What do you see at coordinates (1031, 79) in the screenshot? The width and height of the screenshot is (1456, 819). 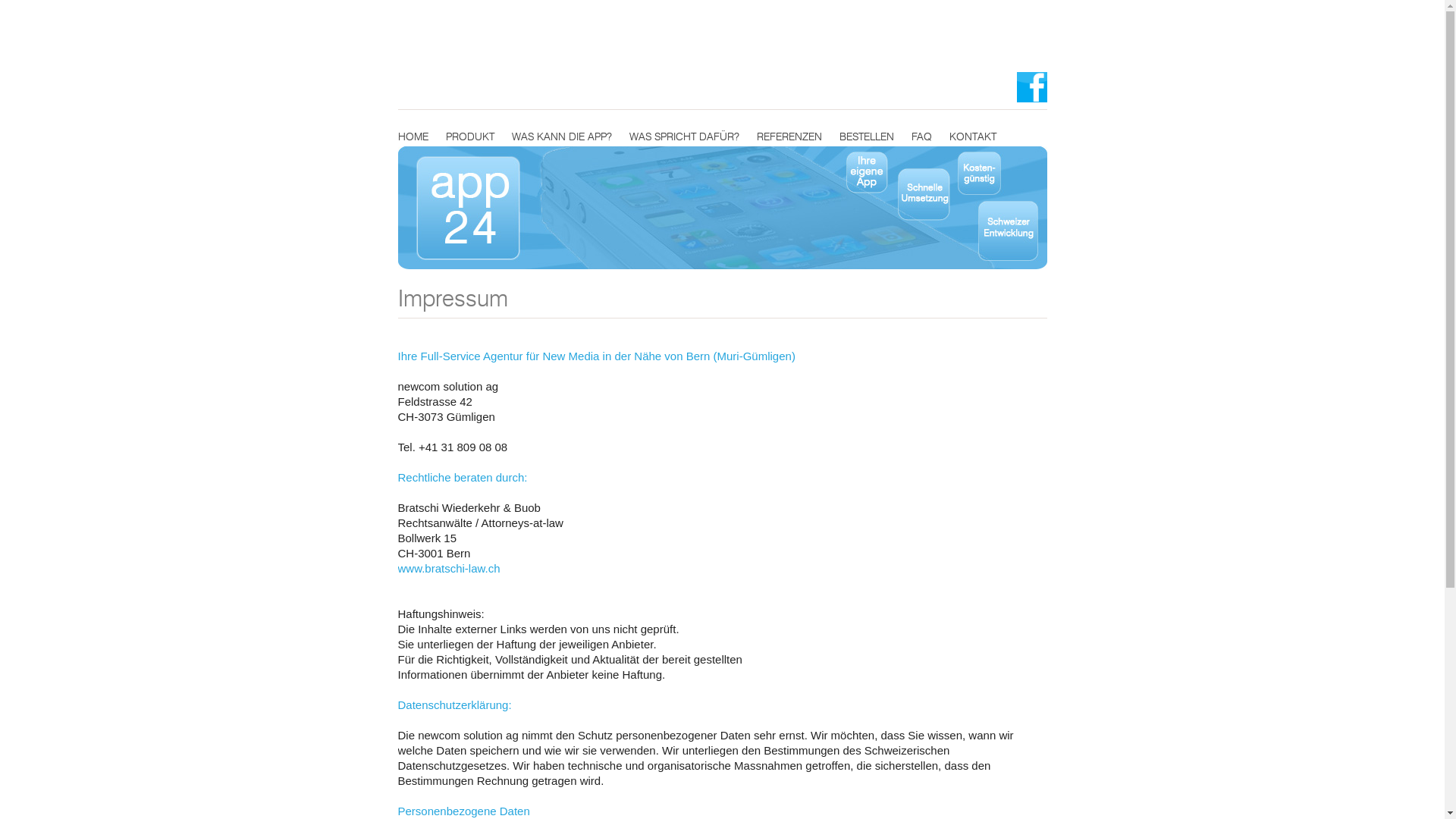 I see `'app24 auf Facebook'` at bounding box center [1031, 79].